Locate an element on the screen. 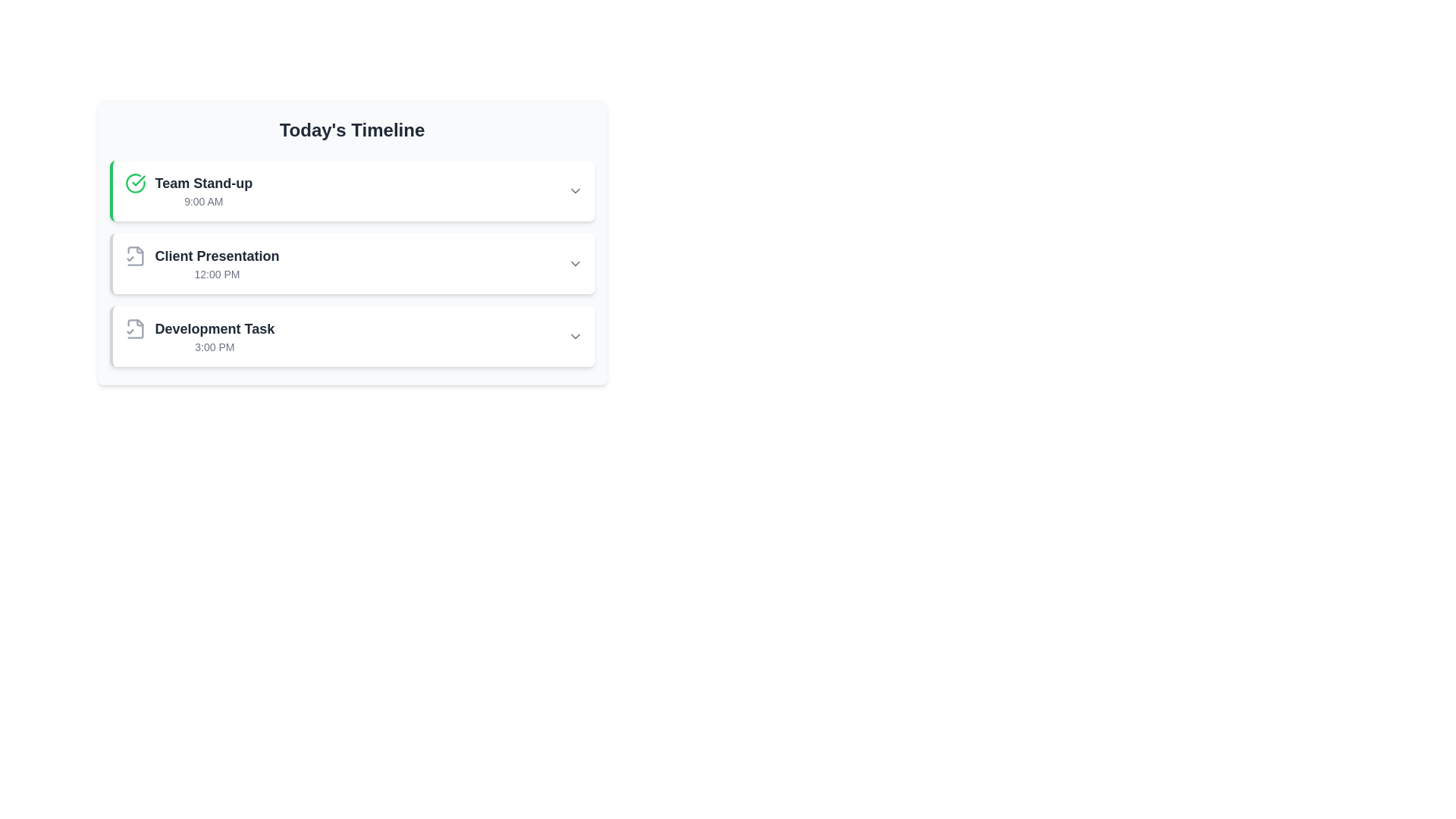 The width and height of the screenshot is (1456, 819). the timeline entry that displays 'Development Task' with the time '3:00 PM', which includes a document icon with a check mark, positioned in the third slot of 'Today's Timeline' is located at coordinates (199, 335).